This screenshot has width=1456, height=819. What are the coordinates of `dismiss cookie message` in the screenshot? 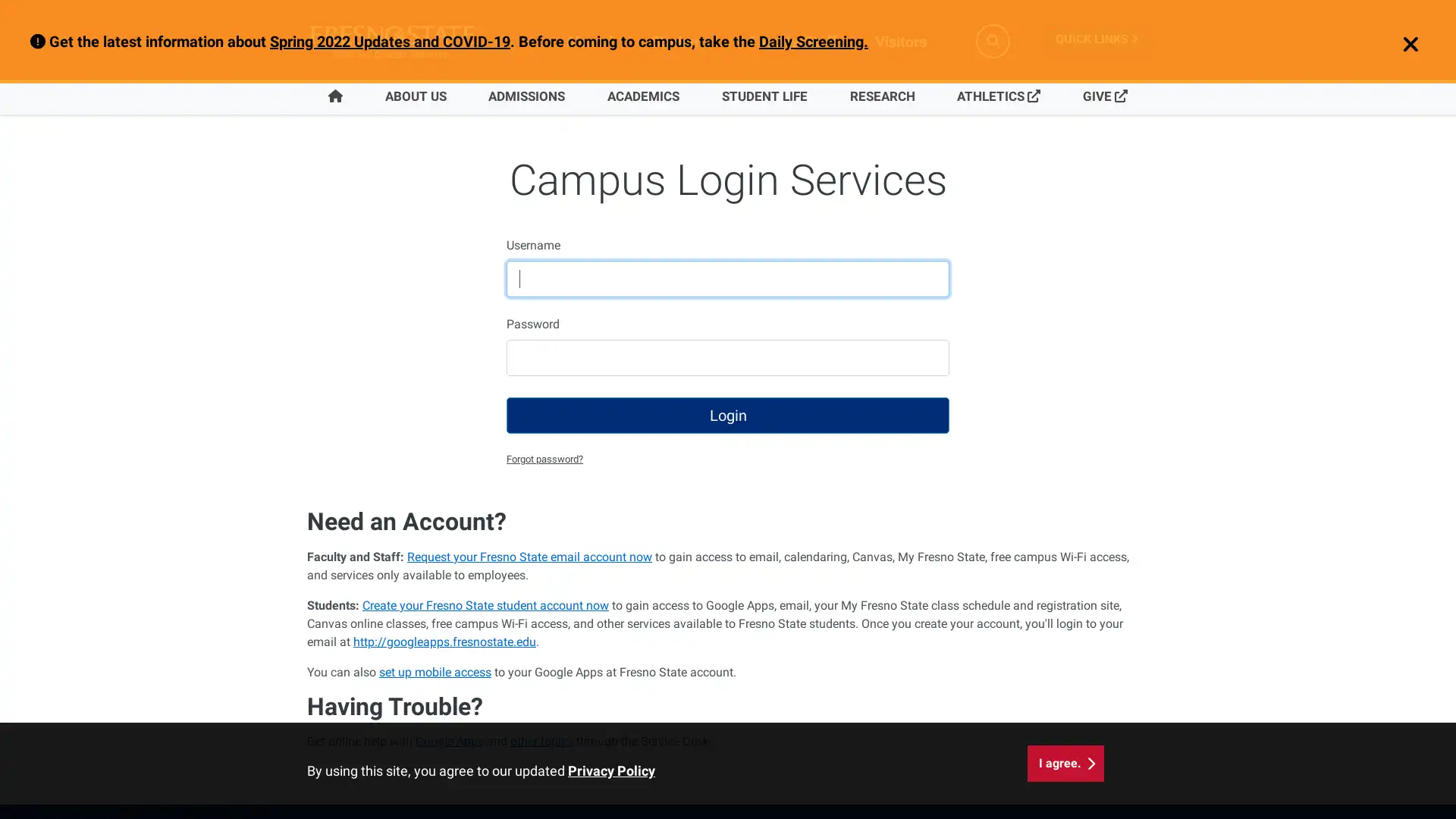 It's located at (1065, 763).